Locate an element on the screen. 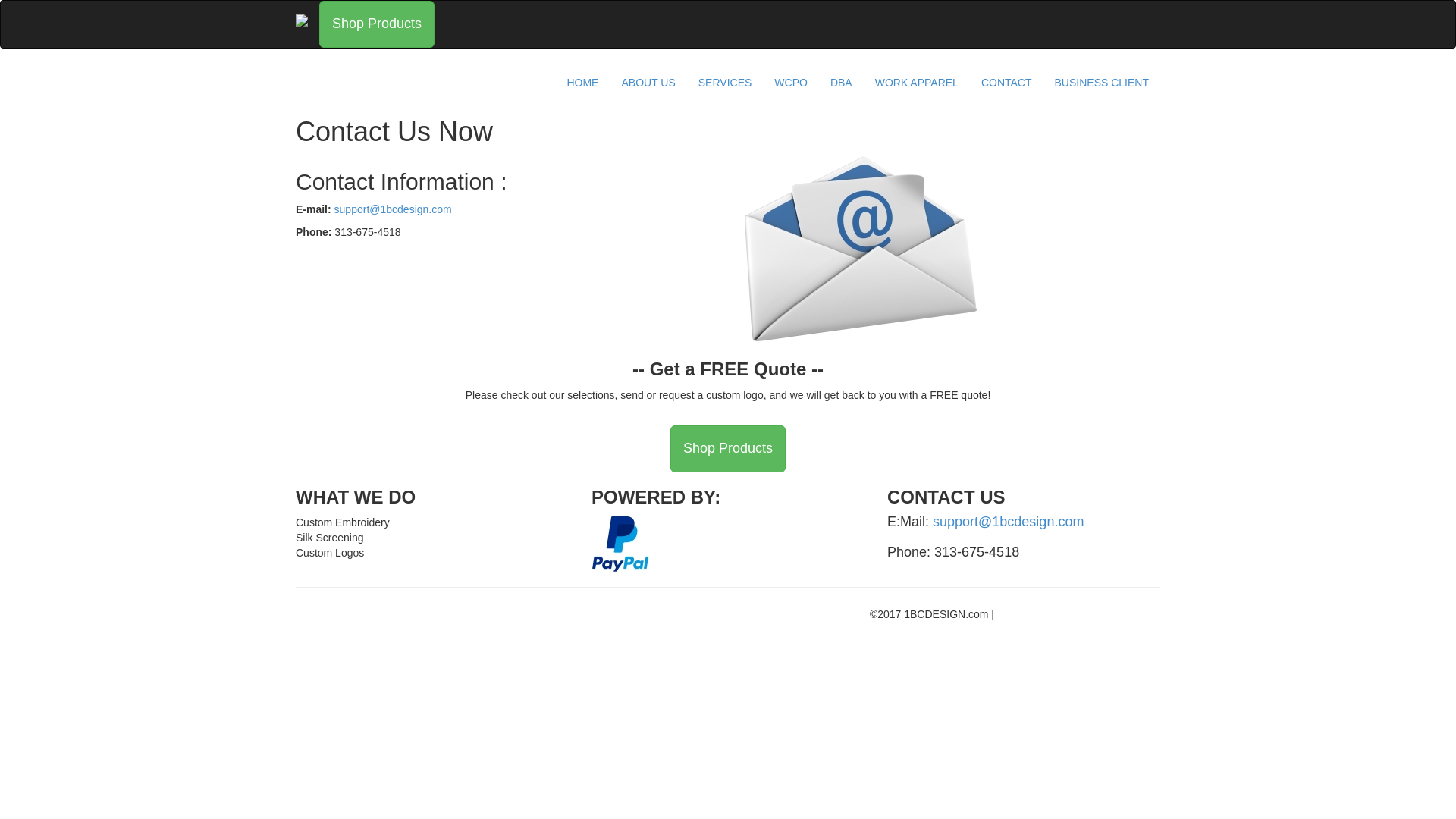 The width and height of the screenshot is (1456, 819). 'HOME' is located at coordinates (582, 82).